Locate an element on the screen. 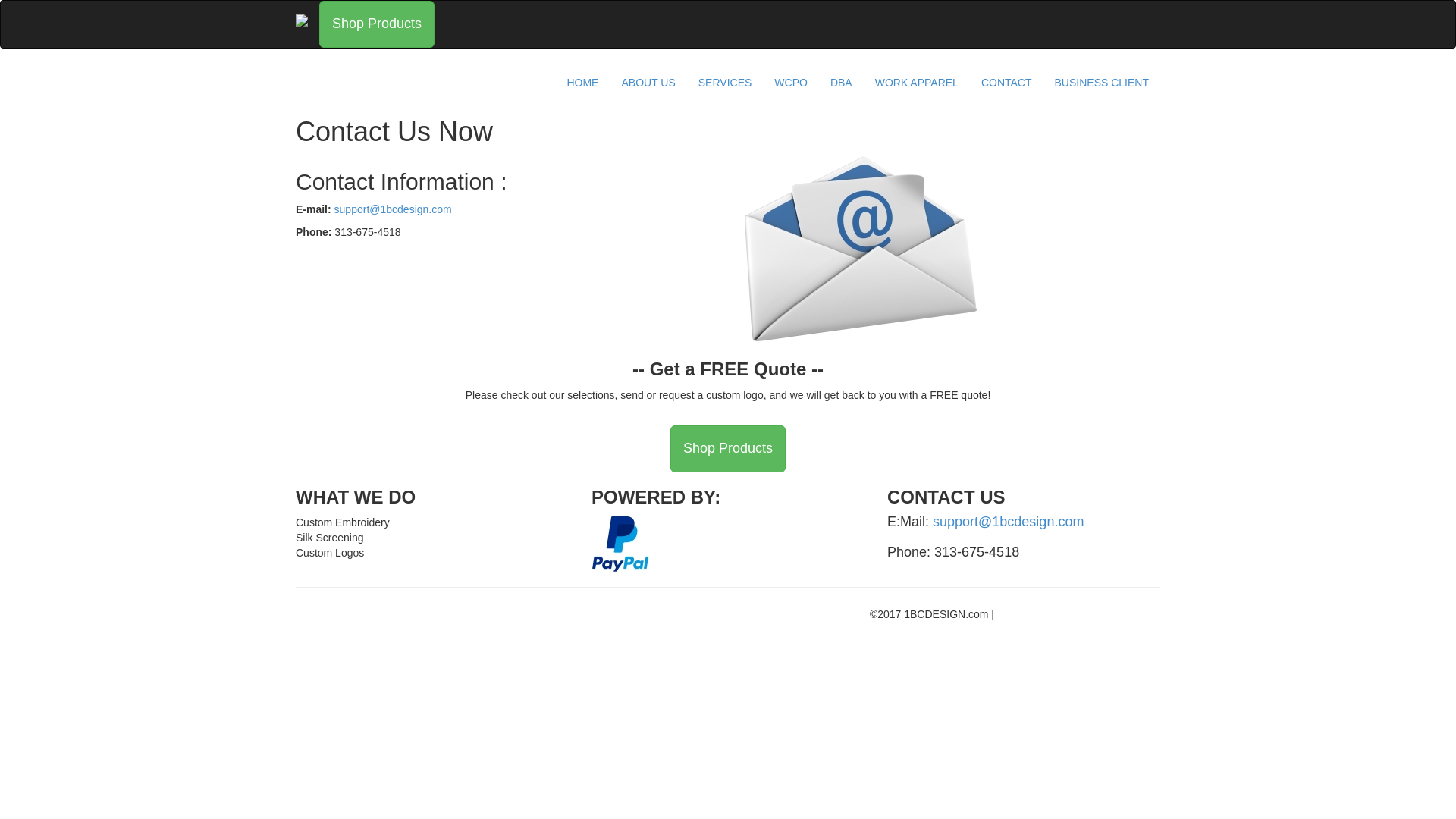 The width and height of the screenshot is (1456, 819). 'HOME' is located at coordinates (582, 82).